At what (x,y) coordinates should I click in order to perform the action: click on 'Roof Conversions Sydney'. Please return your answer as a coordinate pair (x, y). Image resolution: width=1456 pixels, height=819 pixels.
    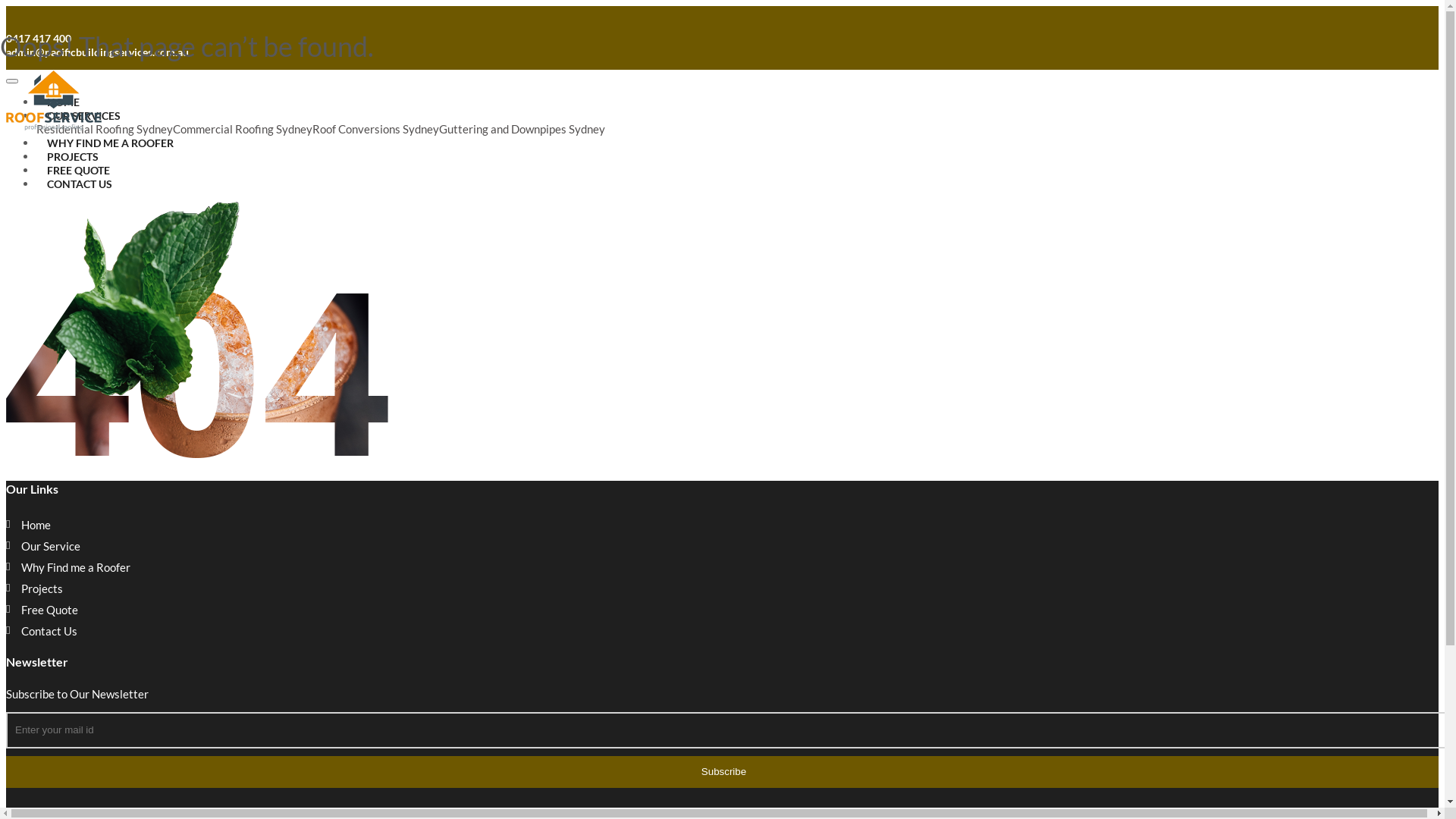
    Looking at the image, I should click on (375, 127).